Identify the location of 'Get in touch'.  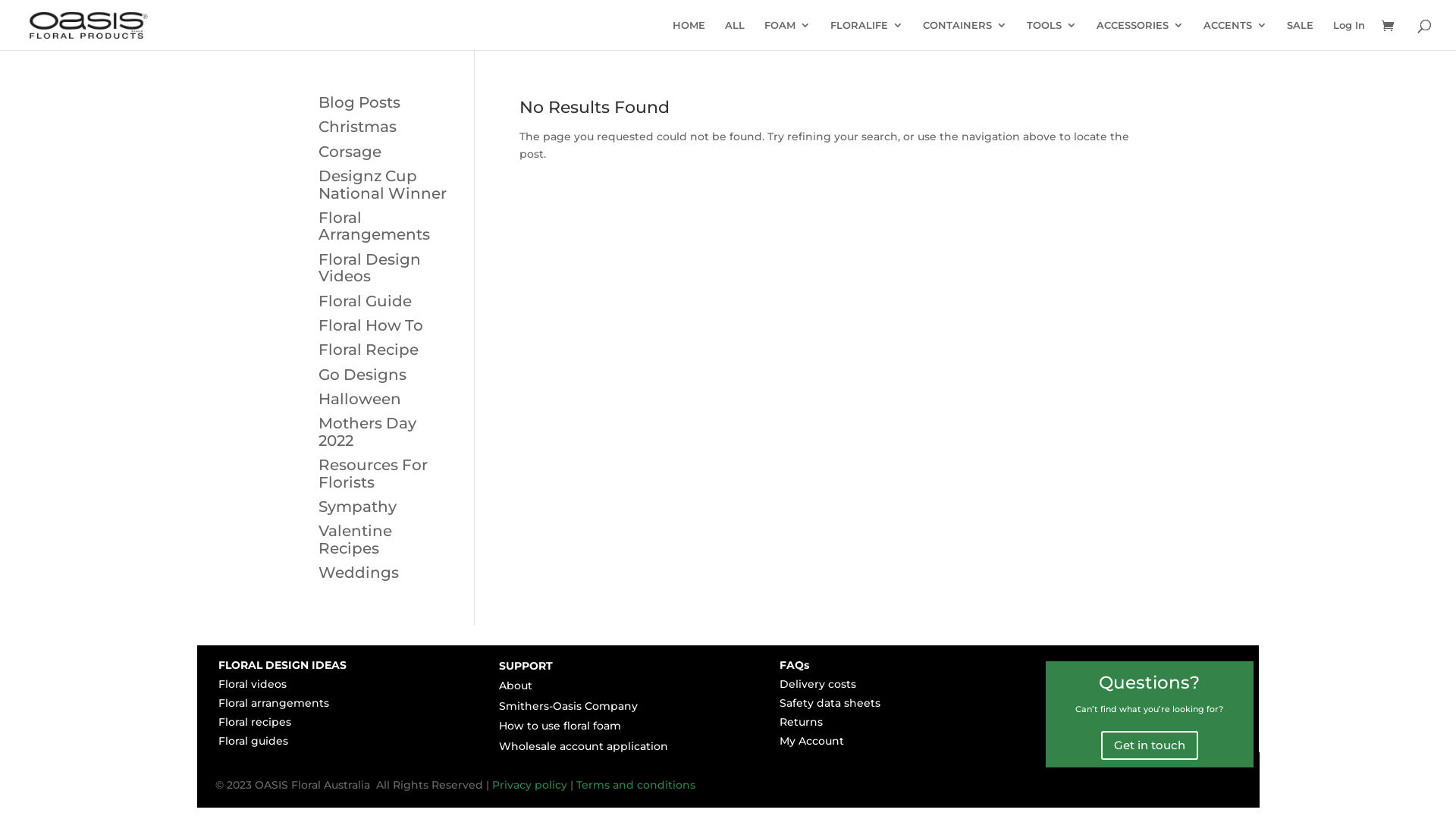
(1150, 745).